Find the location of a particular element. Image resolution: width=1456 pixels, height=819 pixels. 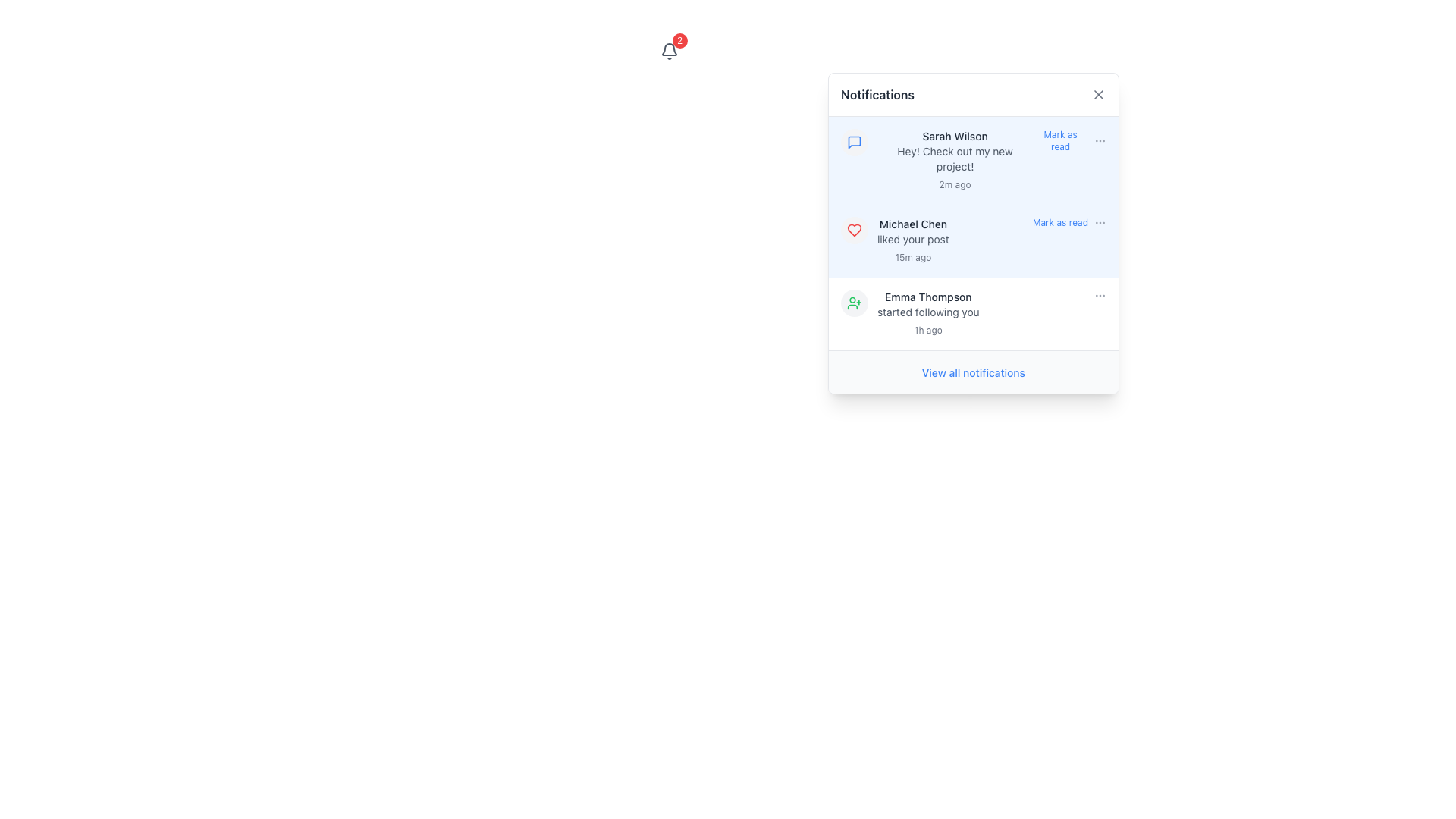

the text label displaying 'Emma Thompson started following you' in the notifications dropdown menu, which is positioned above the 'View all notifications' link is located at coordinates (927, 297).